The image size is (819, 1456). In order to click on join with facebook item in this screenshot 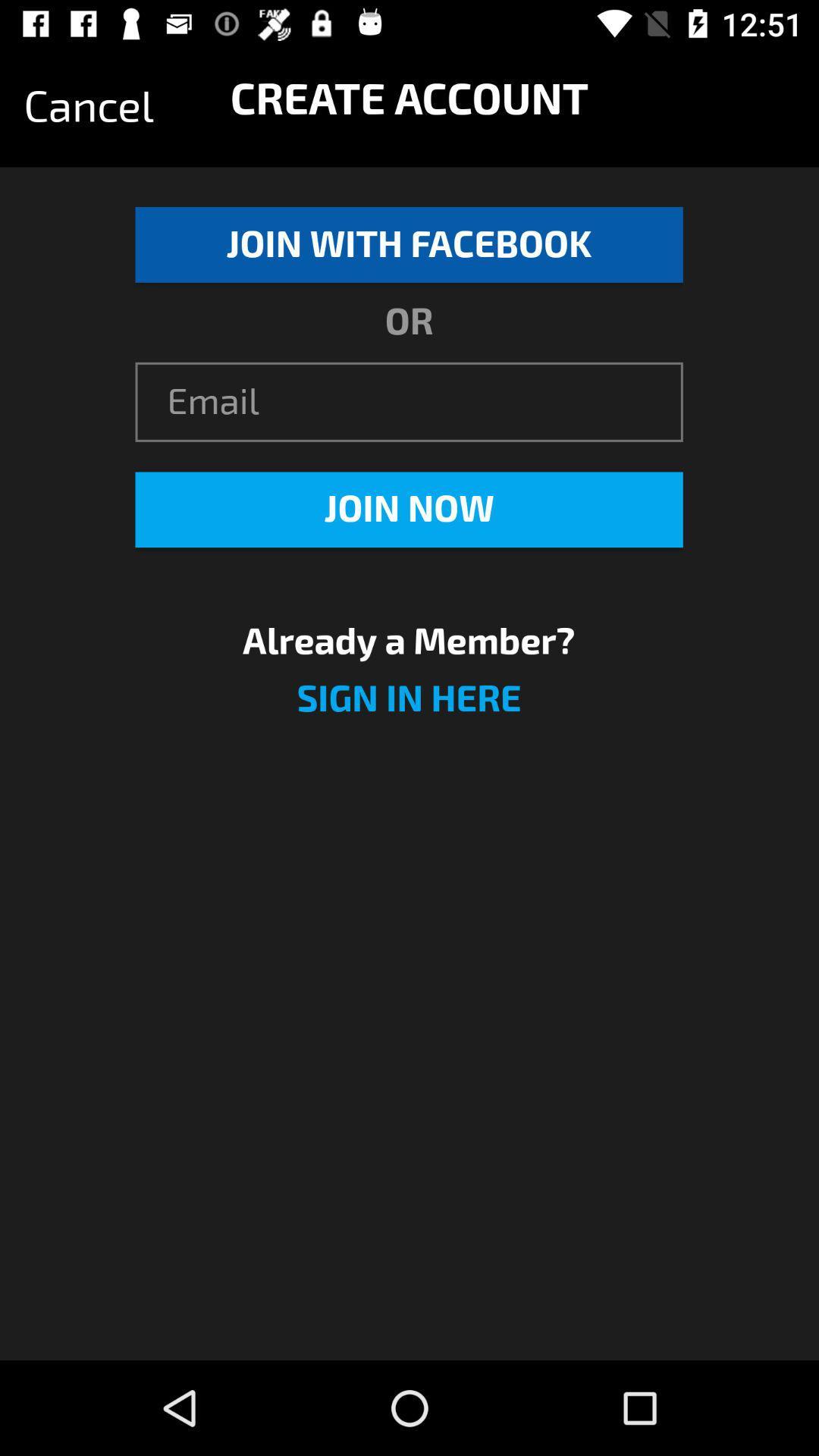, I will do `click(408, 244)`.